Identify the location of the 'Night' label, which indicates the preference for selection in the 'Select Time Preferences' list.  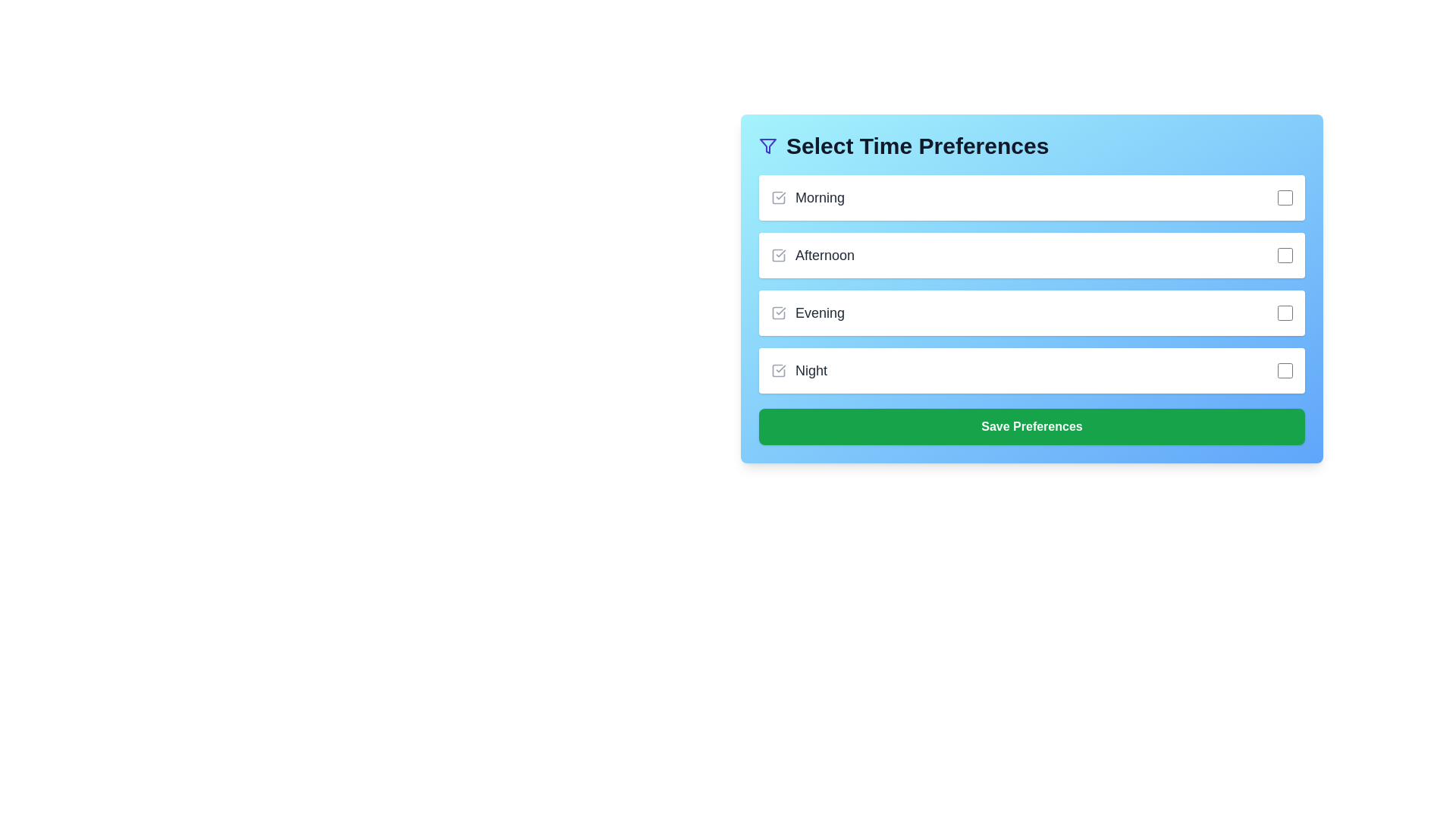
(799, 371).